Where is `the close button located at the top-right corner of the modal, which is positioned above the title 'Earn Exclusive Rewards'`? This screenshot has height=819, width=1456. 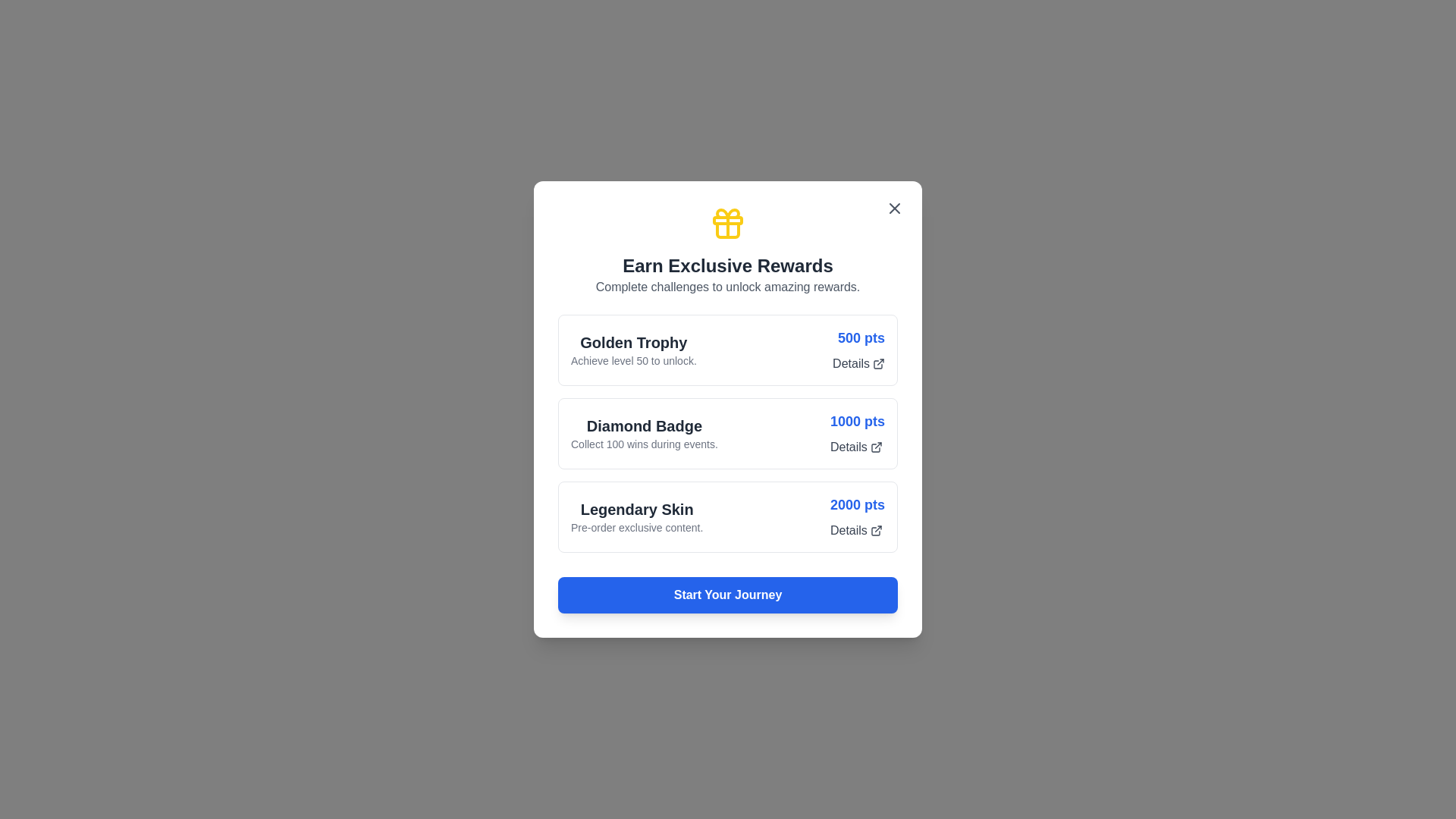 the close button located at the top-right corner of the modal, which is positioned above the title 'Earn Exclusive Rewards' is located at coordinates (895, 208).